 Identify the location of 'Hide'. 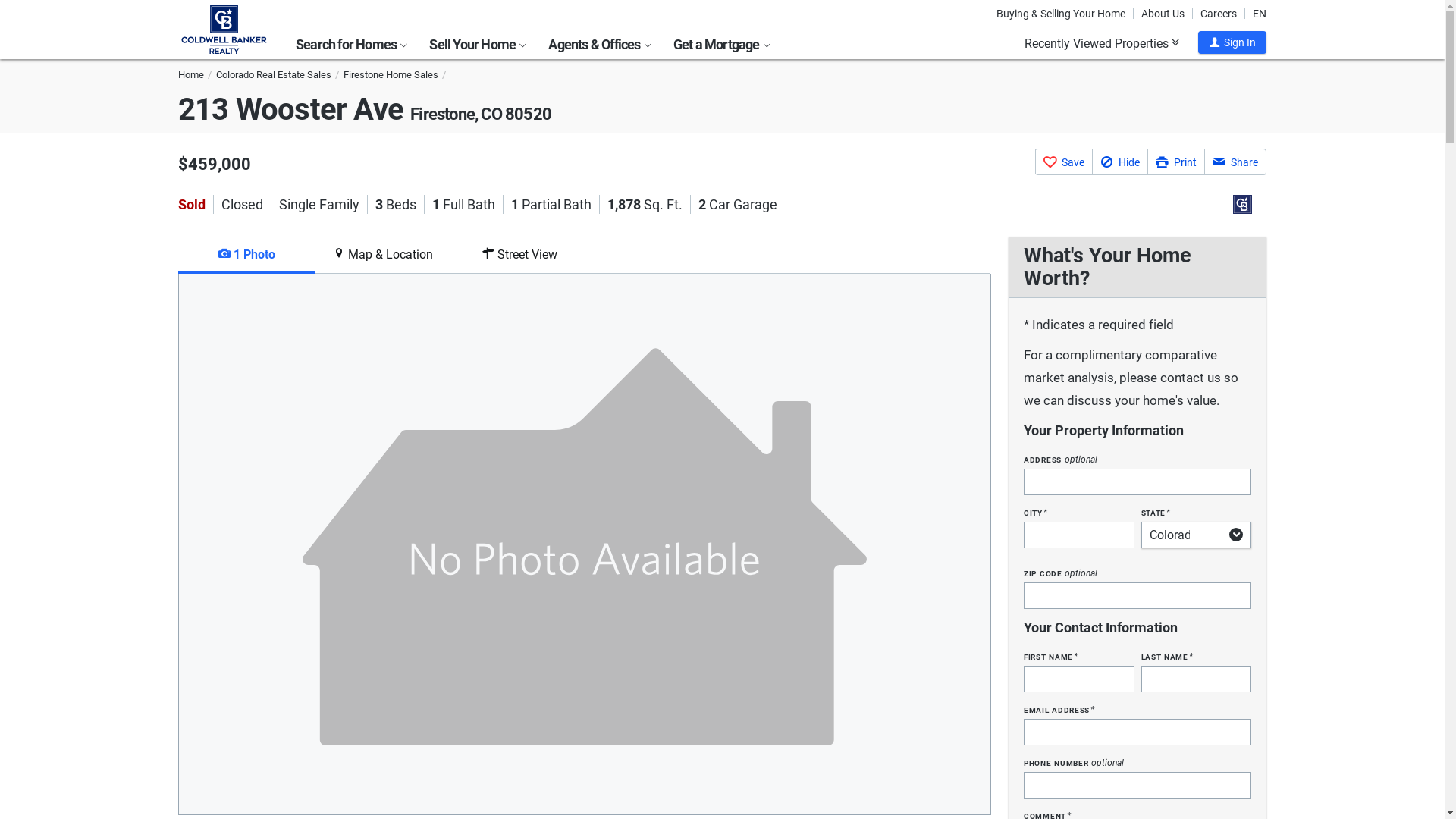
(1119, 162).